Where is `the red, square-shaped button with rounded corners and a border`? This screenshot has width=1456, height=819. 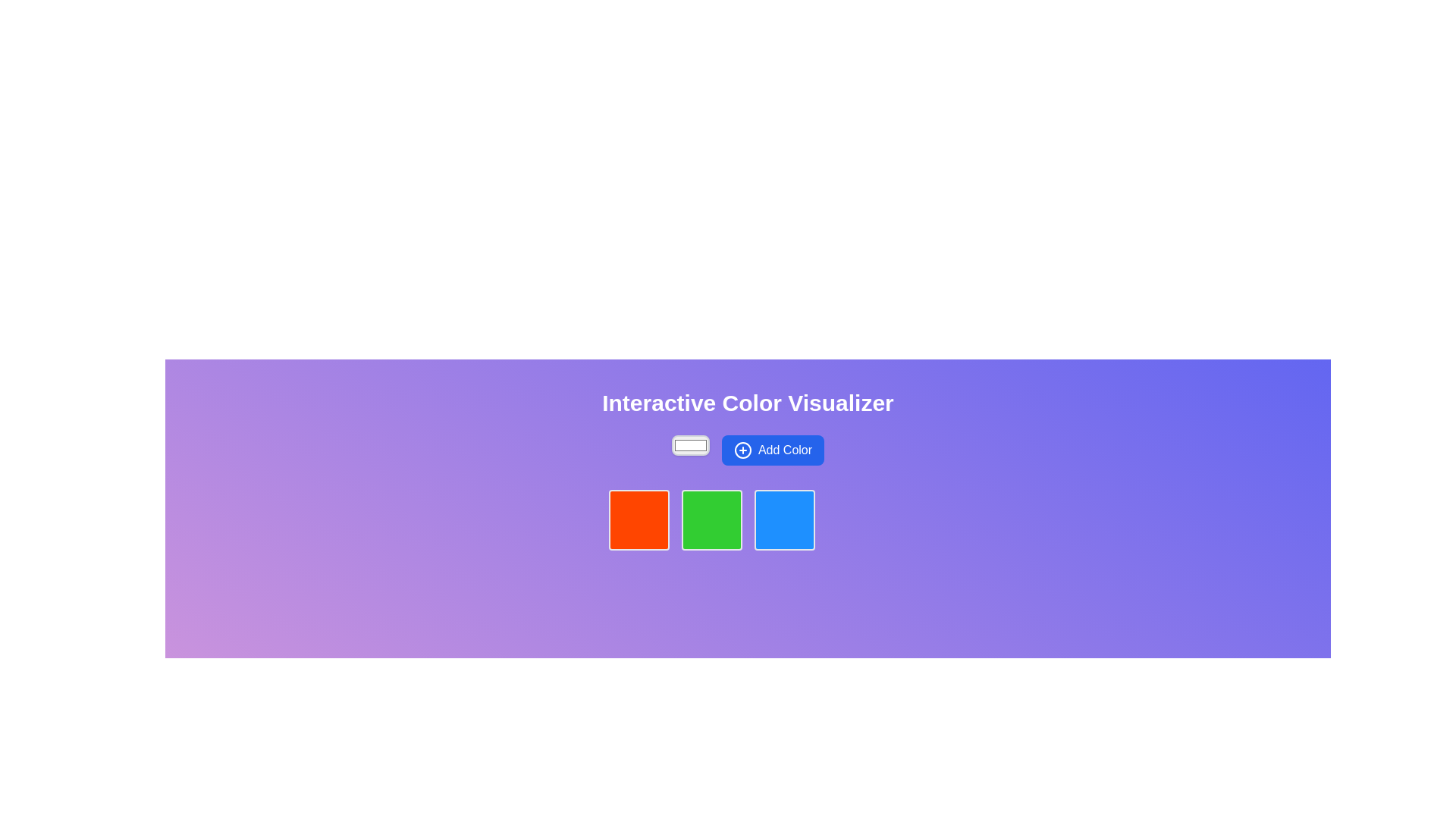 the red, square-shaped button with rounded corners and a border is located at coordinates (639, 519).